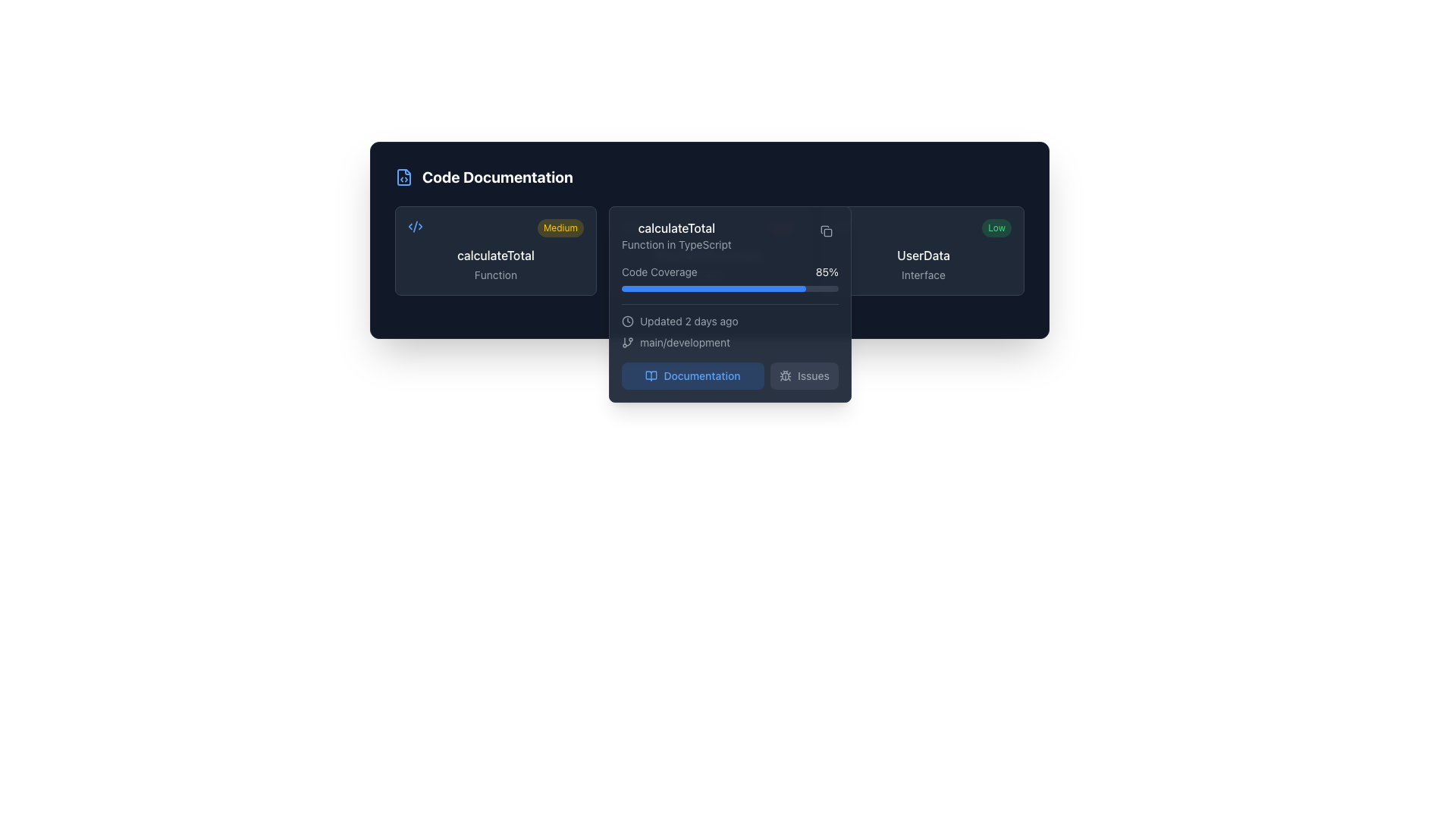  What do you see at coordinates (628, 321) in the screenshot?
I see `the clock icon located at the left end of the text 'Updated 2 days ago' on the card for 'calculateTotal' to gather contextual information` at bounding box center [628, 321].